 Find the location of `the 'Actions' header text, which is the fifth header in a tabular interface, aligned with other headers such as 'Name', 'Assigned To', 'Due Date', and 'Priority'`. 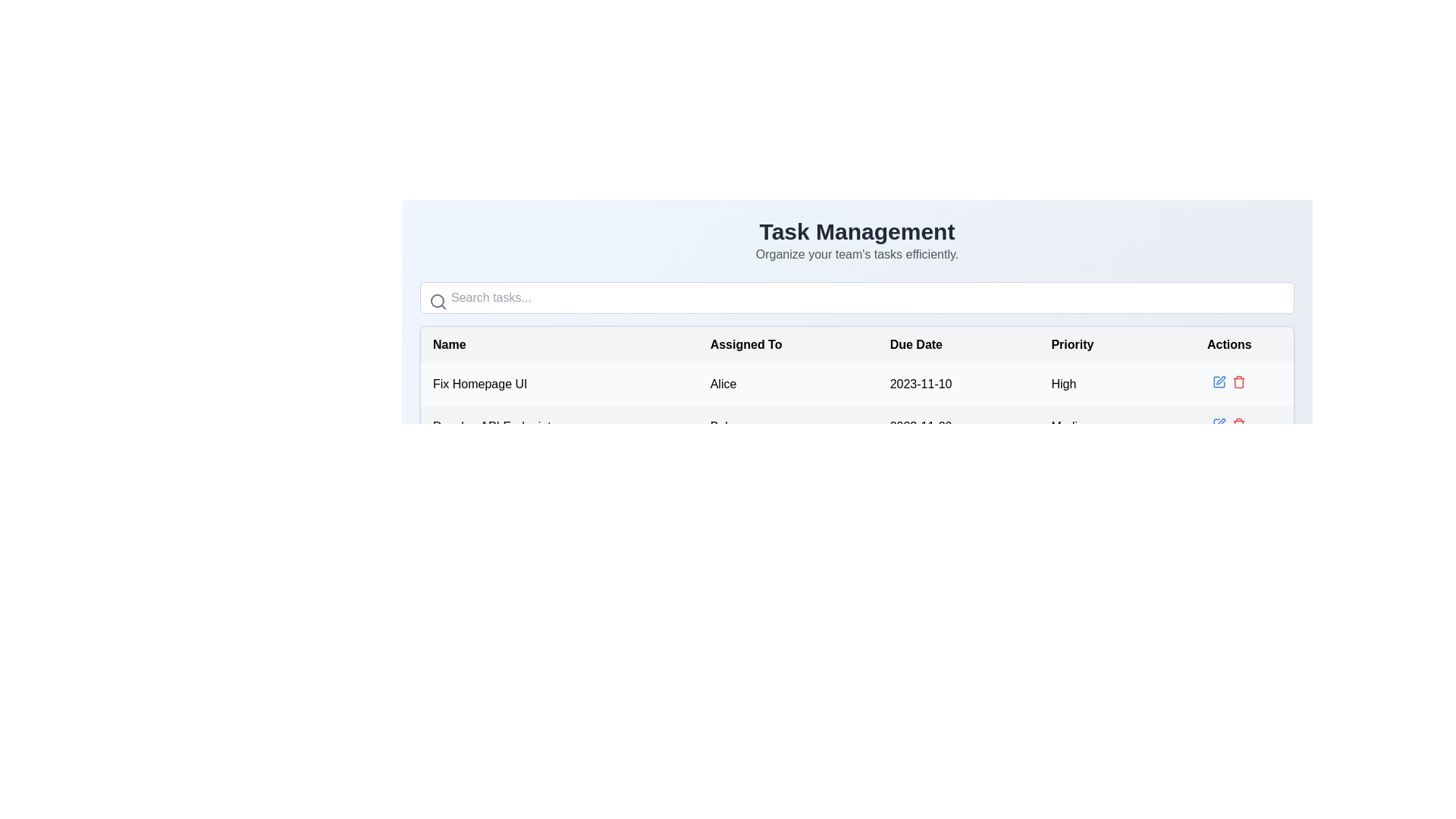

the 'Actions' header text, which is the fifth header in a tabular interface, aligned with other headers such as 'Name', 'Assigned To', 'Due Date', and 'Priority' is located at coordinates (1229, 345).